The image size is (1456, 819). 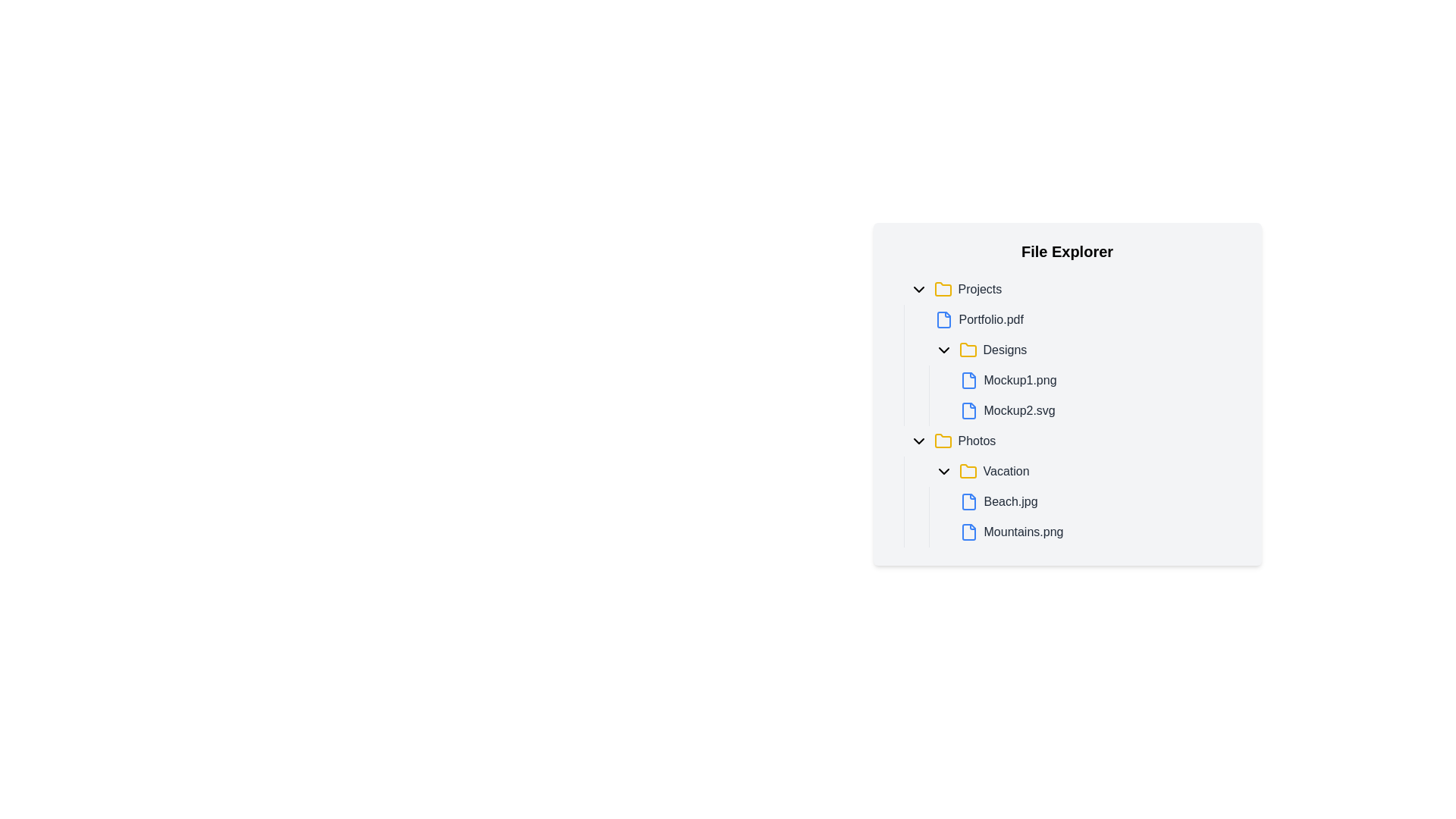 What do you see at coordinates (980, 289) in the screenshot?
I see `the text label 'Projects' styled in gray, located to the immediate right of the yellow folder icon in the file explorer interface` at bounding box center [980, 289].